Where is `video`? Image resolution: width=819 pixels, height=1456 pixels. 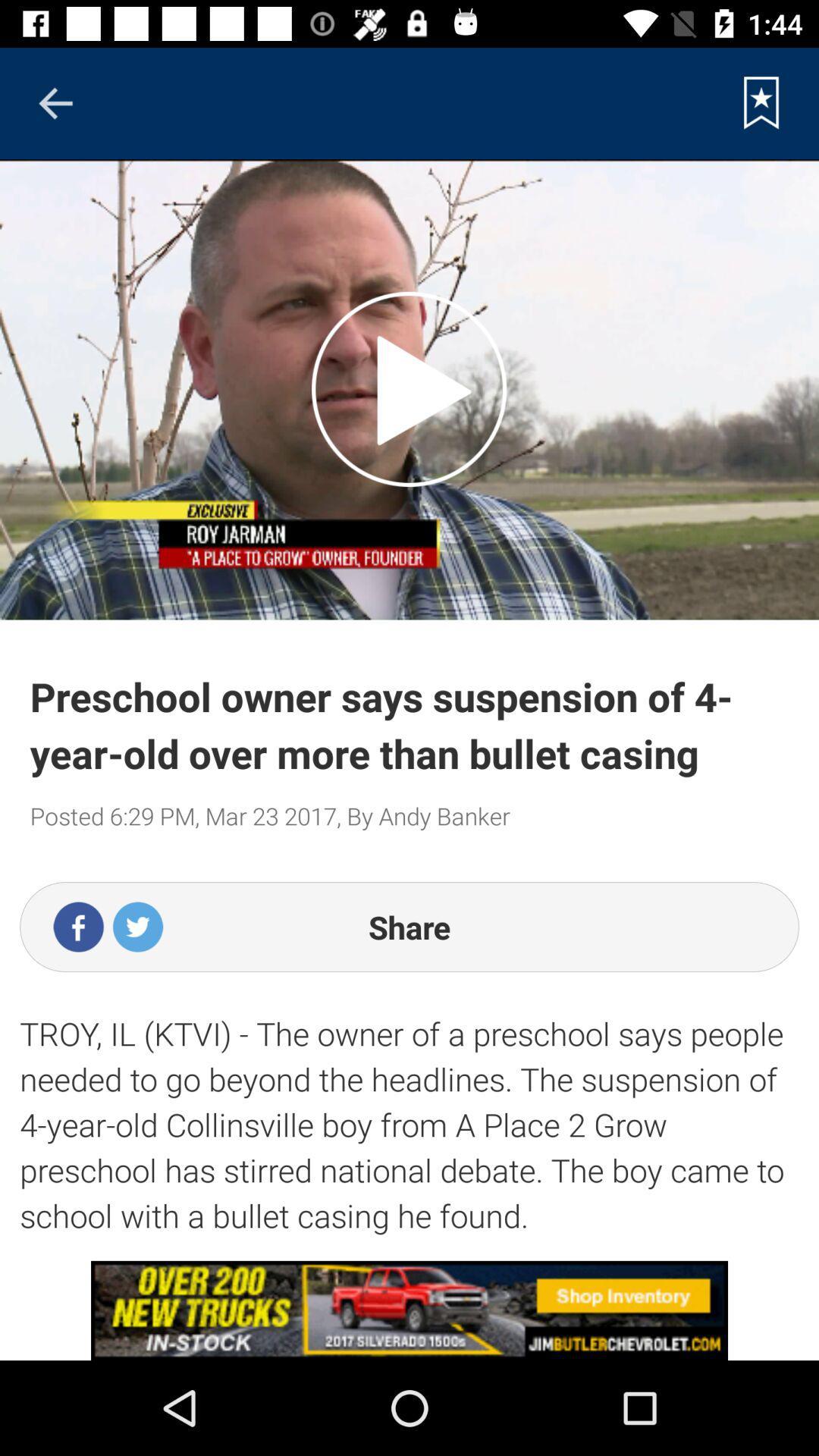
video is located at coordinates (408, 389).